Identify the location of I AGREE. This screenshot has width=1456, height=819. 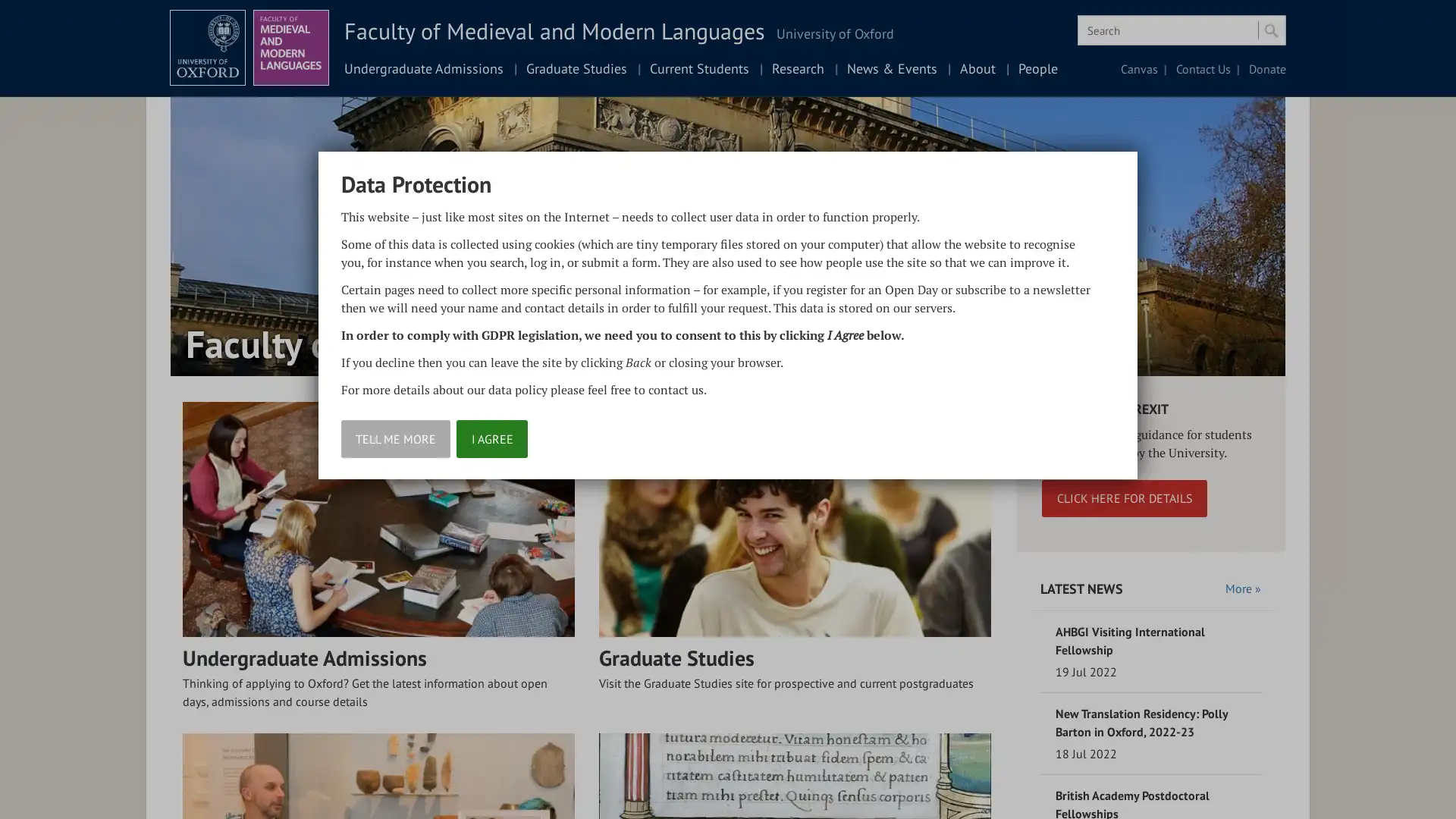
(491, 438).